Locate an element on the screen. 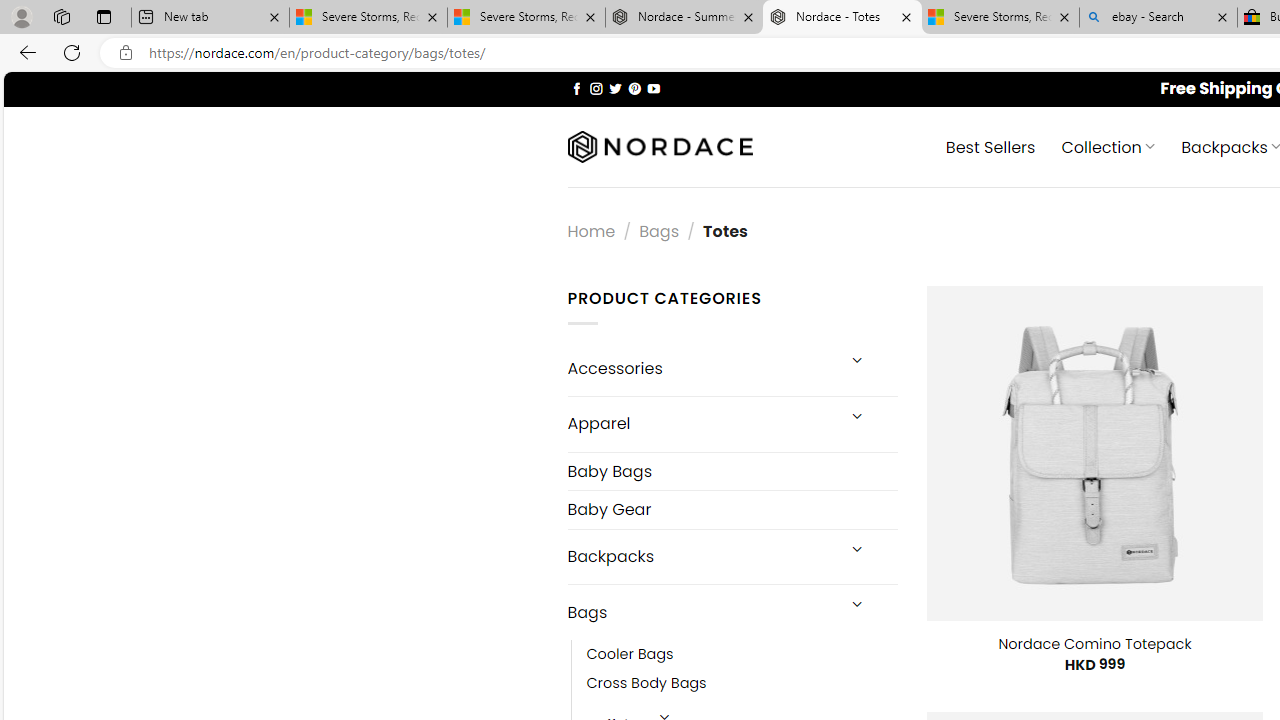 Image resolution: width=1280 pixels, height=720 pixels. 'Nordace - Summer Adventures 2024' is located at coordinates (684, 17).